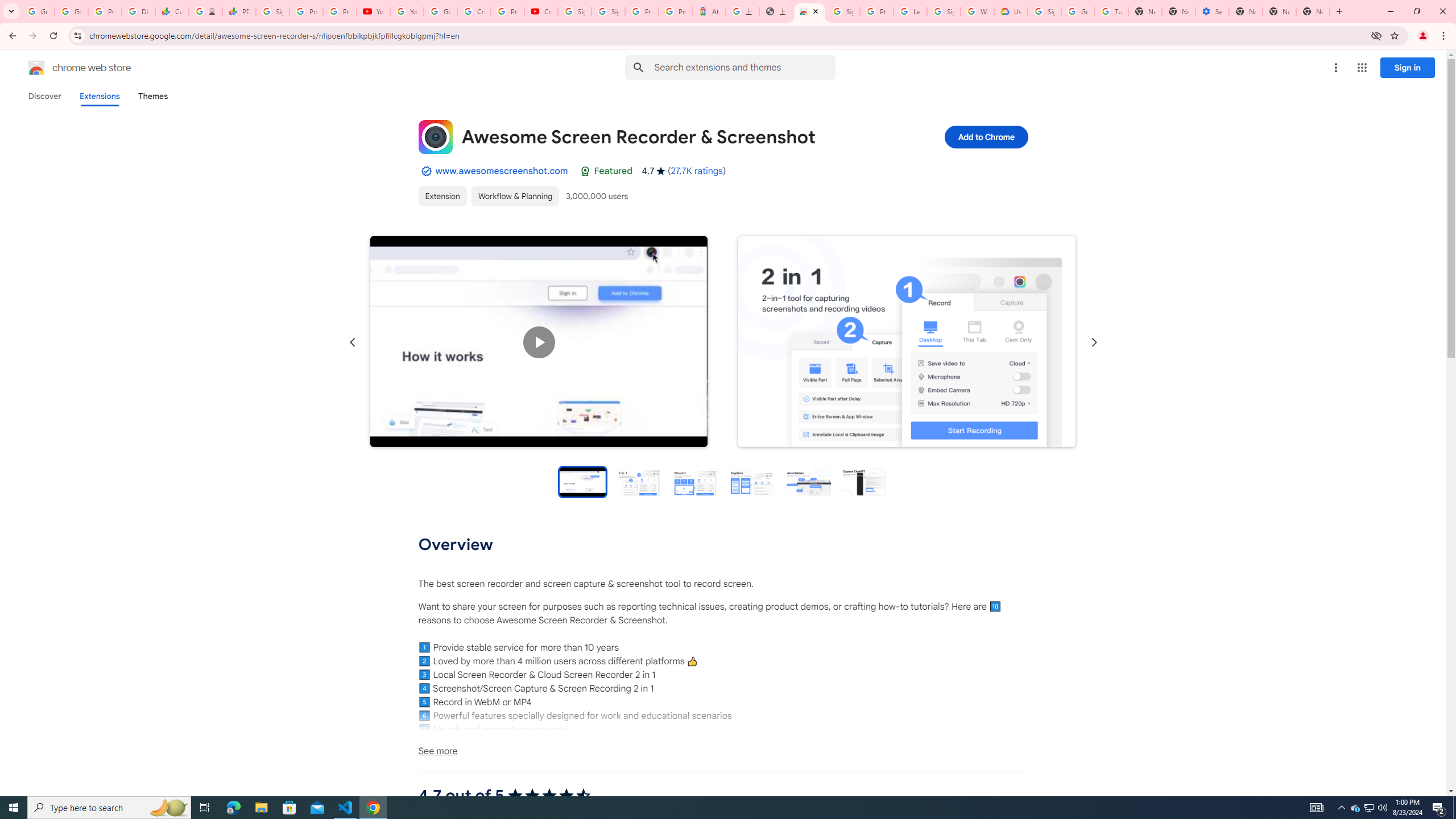 The height and width of the screenshot is (819, 1456). I want to click on 'Turn cookies on or off - Computer - Google Account Help', so click(1111, 11).